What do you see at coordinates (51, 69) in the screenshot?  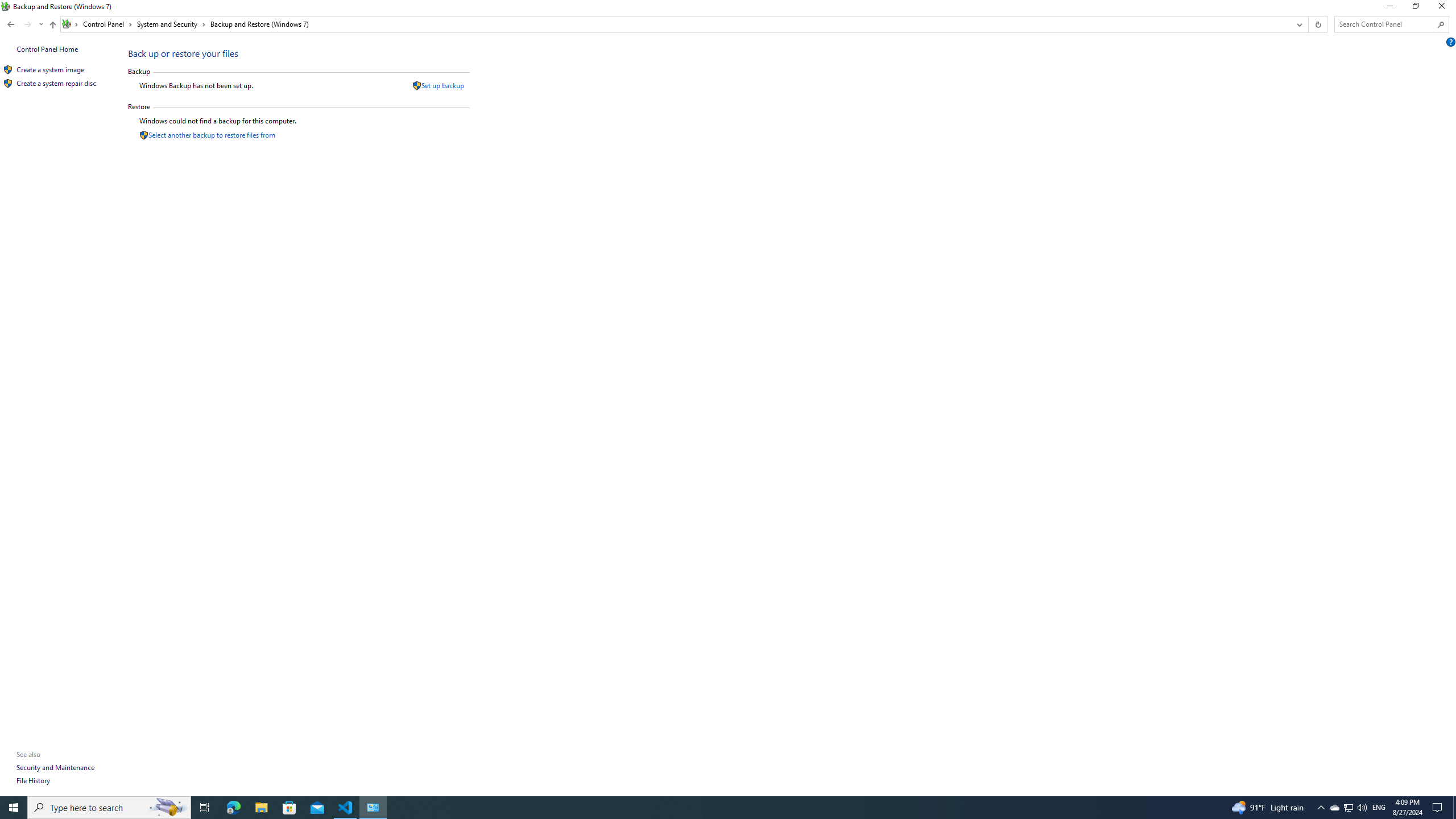 I see `'Create a system image'` at bounding box center [51, 69].